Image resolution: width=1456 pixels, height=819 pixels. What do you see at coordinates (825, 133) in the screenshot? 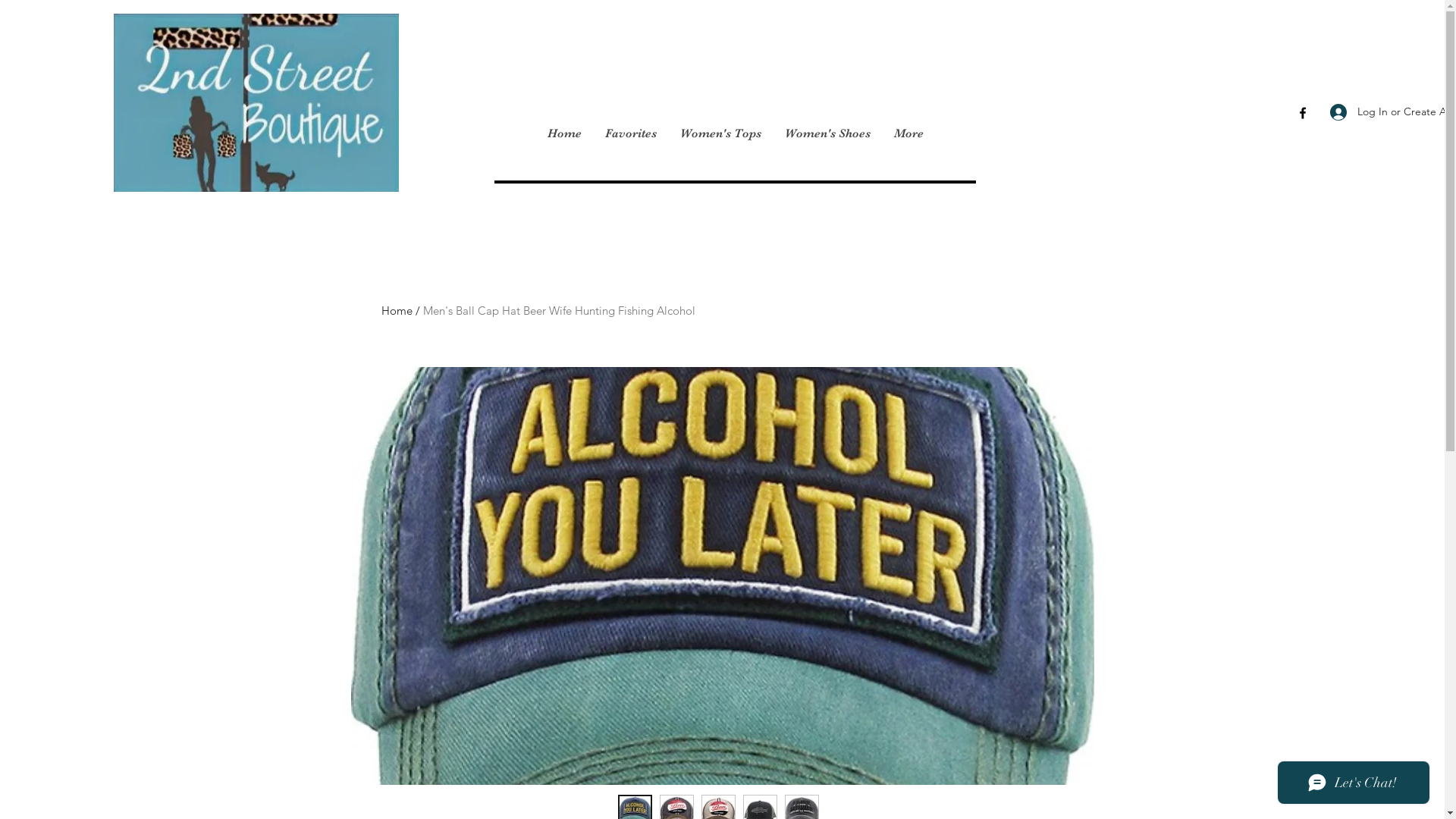
I see `'Women's Shoes'` at bounding box center [825, 133].